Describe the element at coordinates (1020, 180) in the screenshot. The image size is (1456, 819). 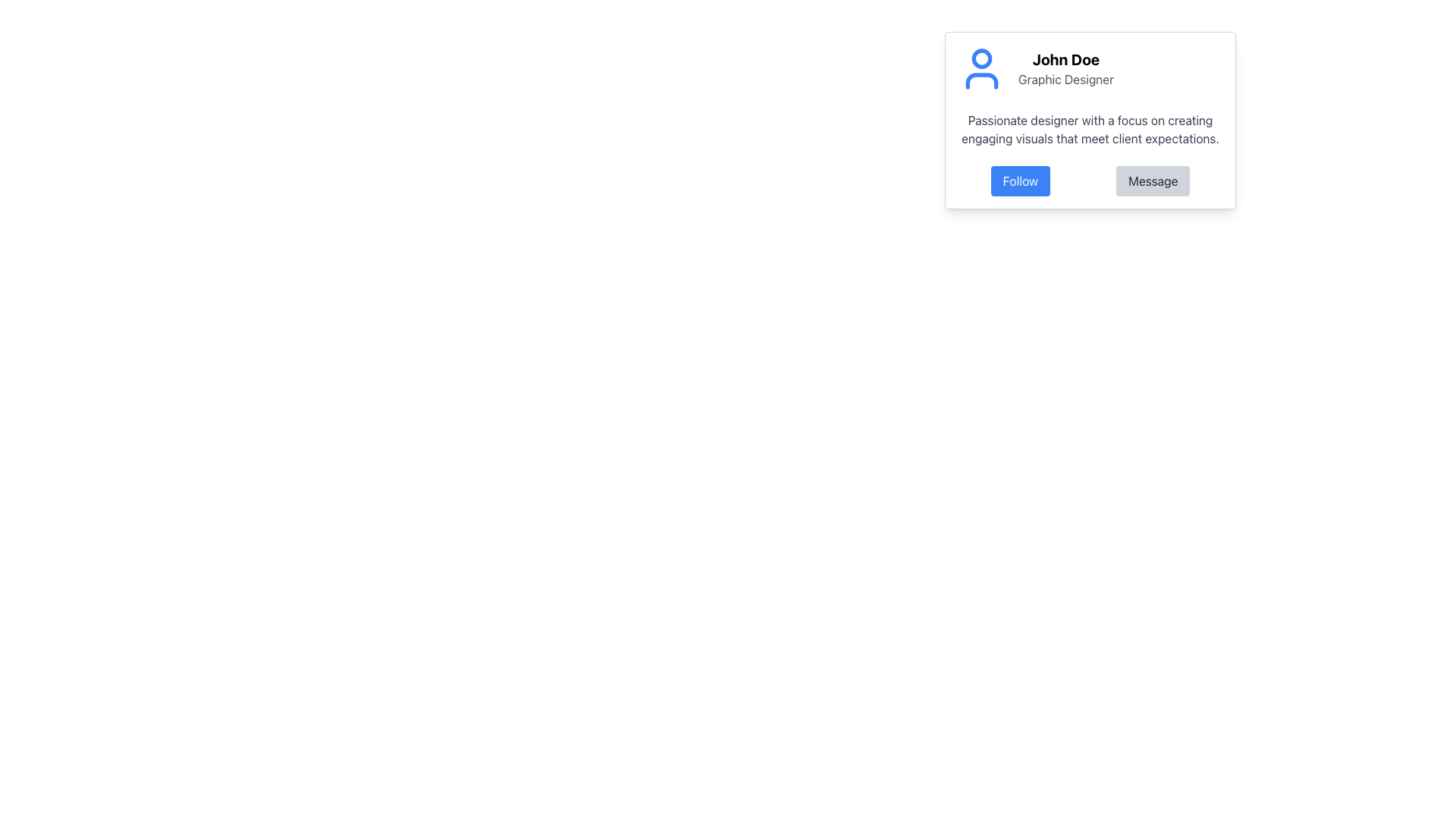
I see `the 'Follow' button located to the left of the 'Message' button` at that location.